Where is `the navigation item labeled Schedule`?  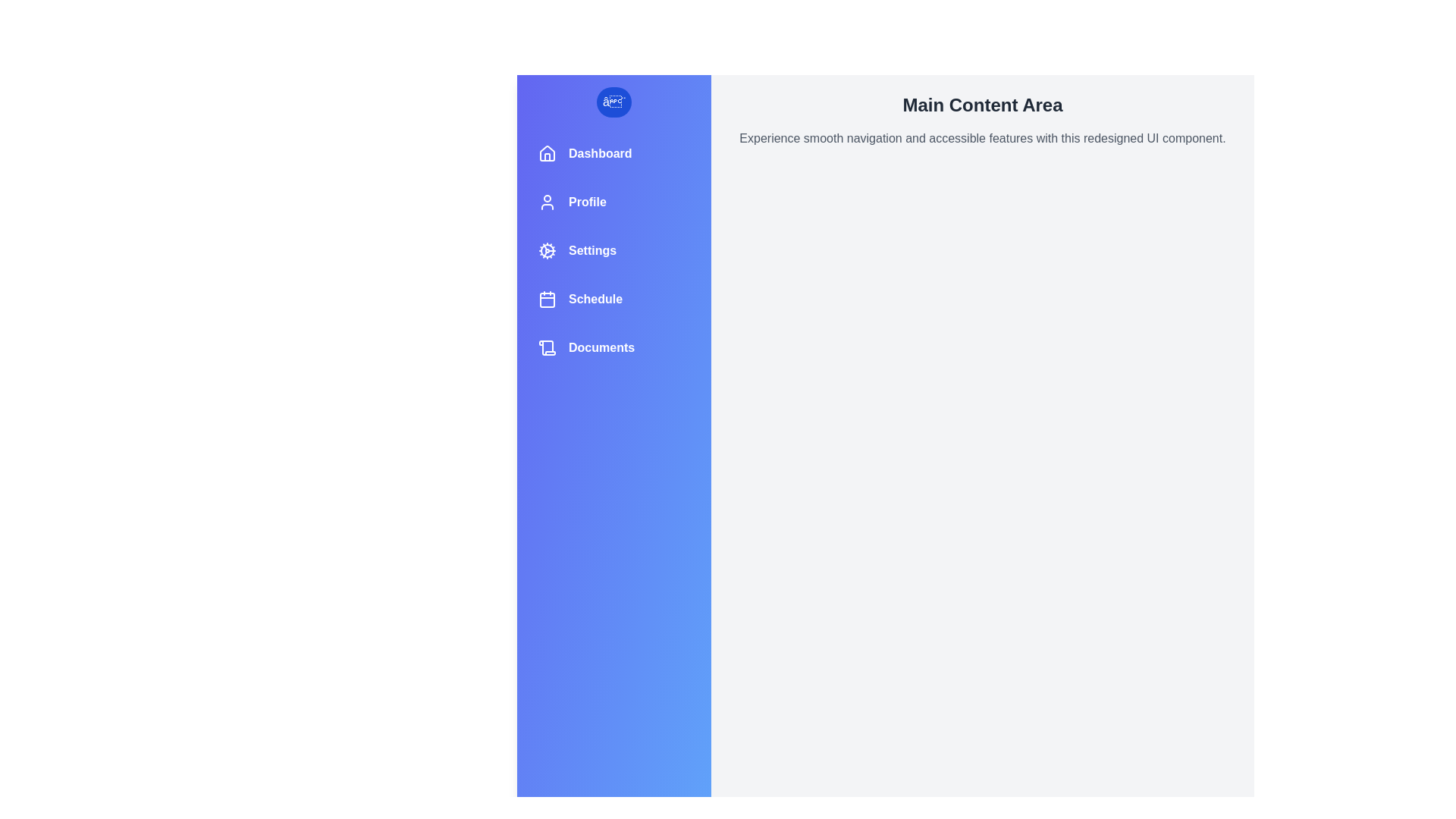
the navigation item labeled Schedule is located at coordinates (614, 299).